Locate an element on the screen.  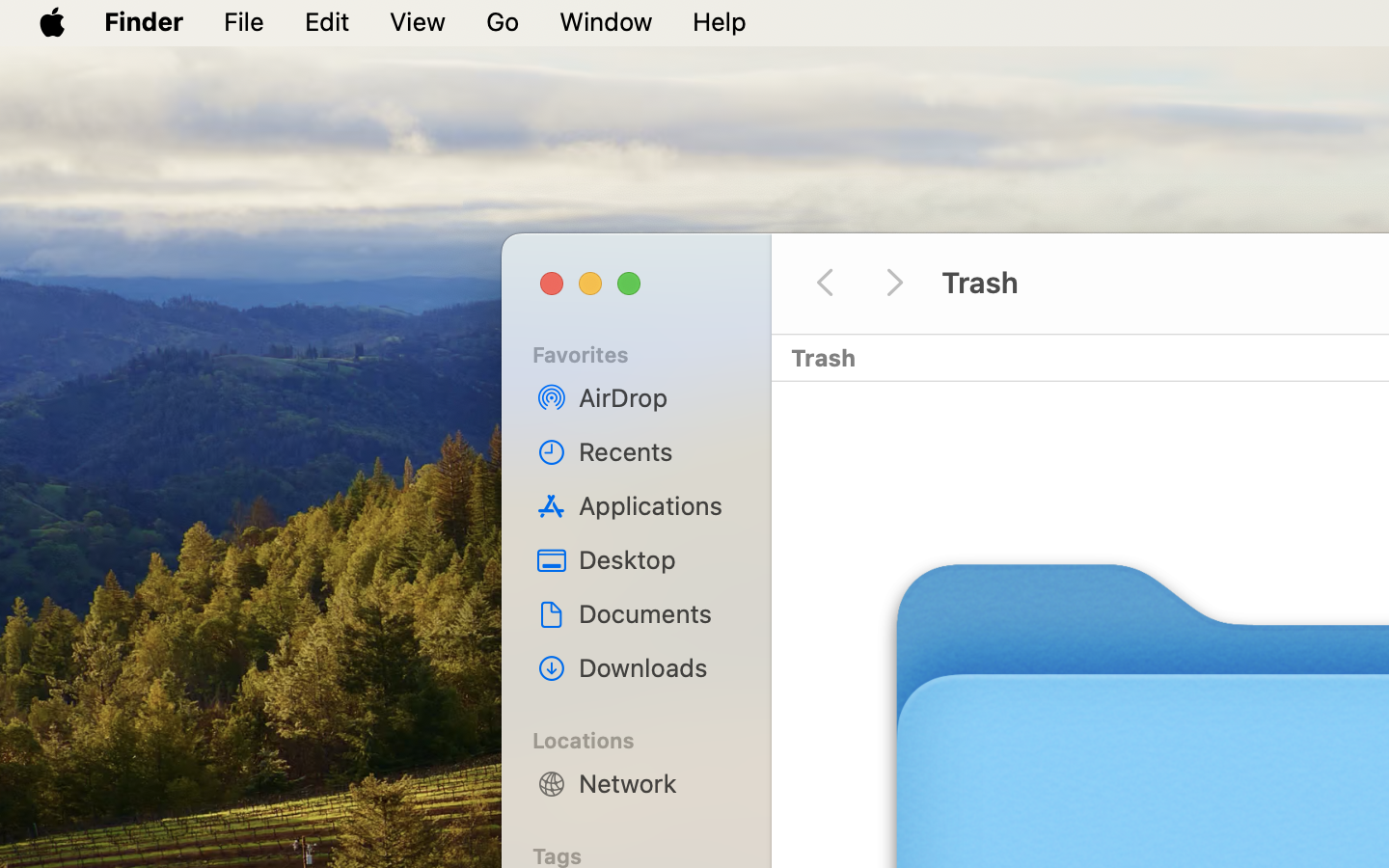
'Favorites' is located at coordinates (647, 352).